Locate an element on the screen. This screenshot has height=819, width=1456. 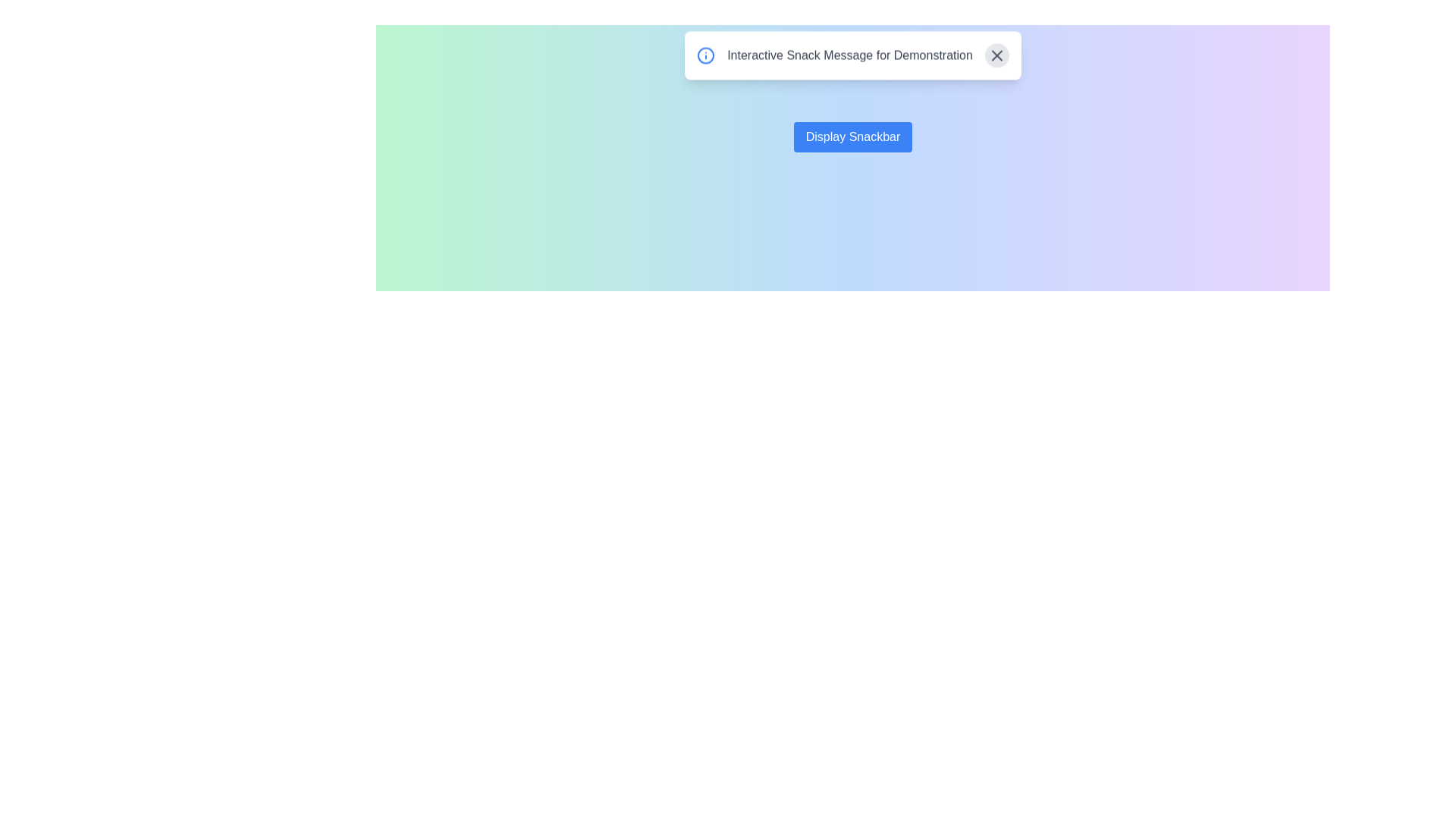
the help icon located on the leftmost side of the 'Interactive Snack Message for Demonstration' notification bar, which provides additional information related to the content is located at coordinates (705, 61).